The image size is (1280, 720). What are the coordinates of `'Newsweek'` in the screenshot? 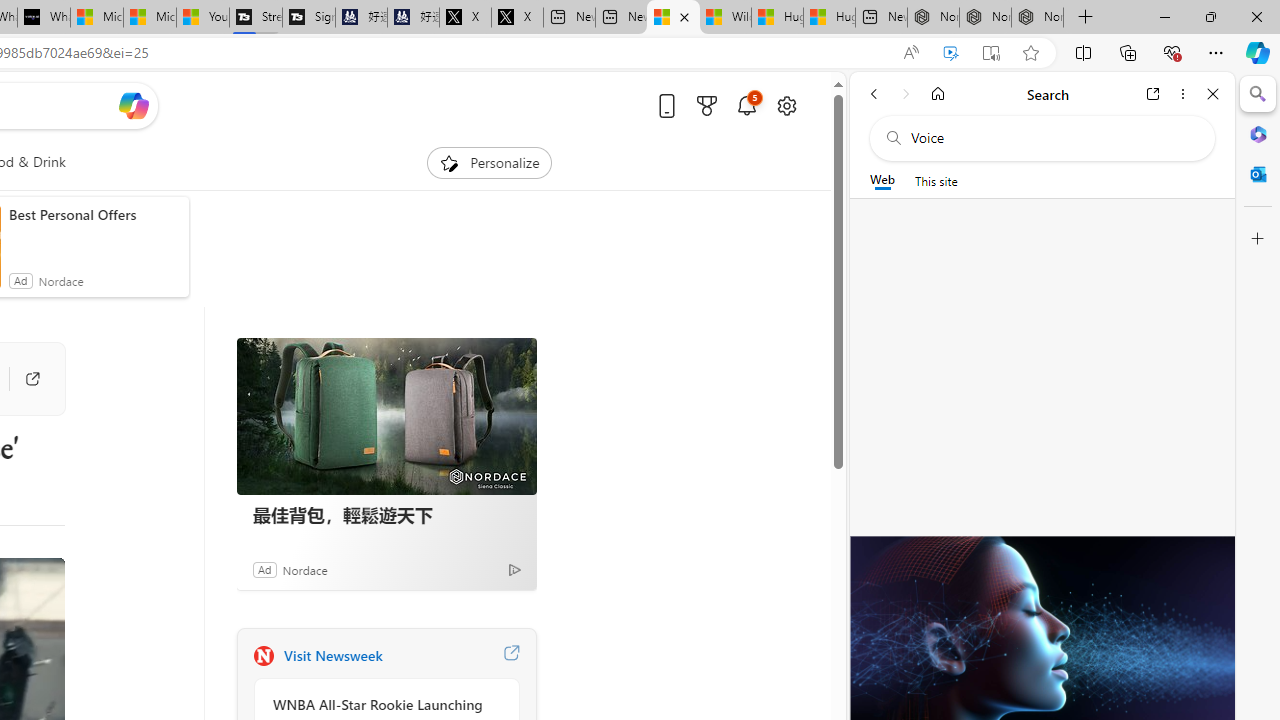 It's located at (262, 655).